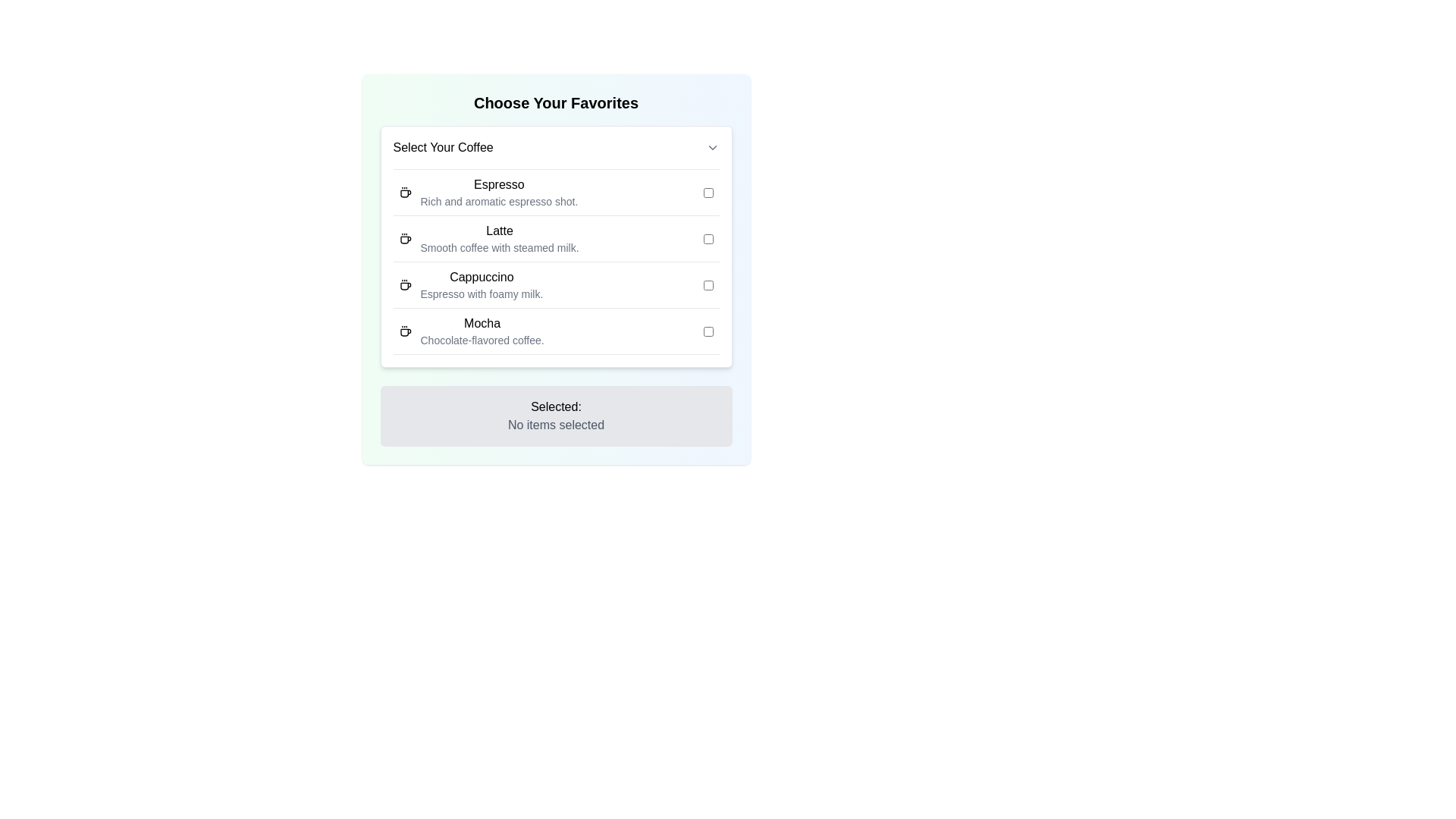  What do you see at coordinates (499, 239) in the screenshot?
I see `the 'Latte' coffee option text element, which provides a description of 'Smooth coffee with steamed milk.' and is located under the 'Select Your Coffee' section` at bounding box center [499, 239].